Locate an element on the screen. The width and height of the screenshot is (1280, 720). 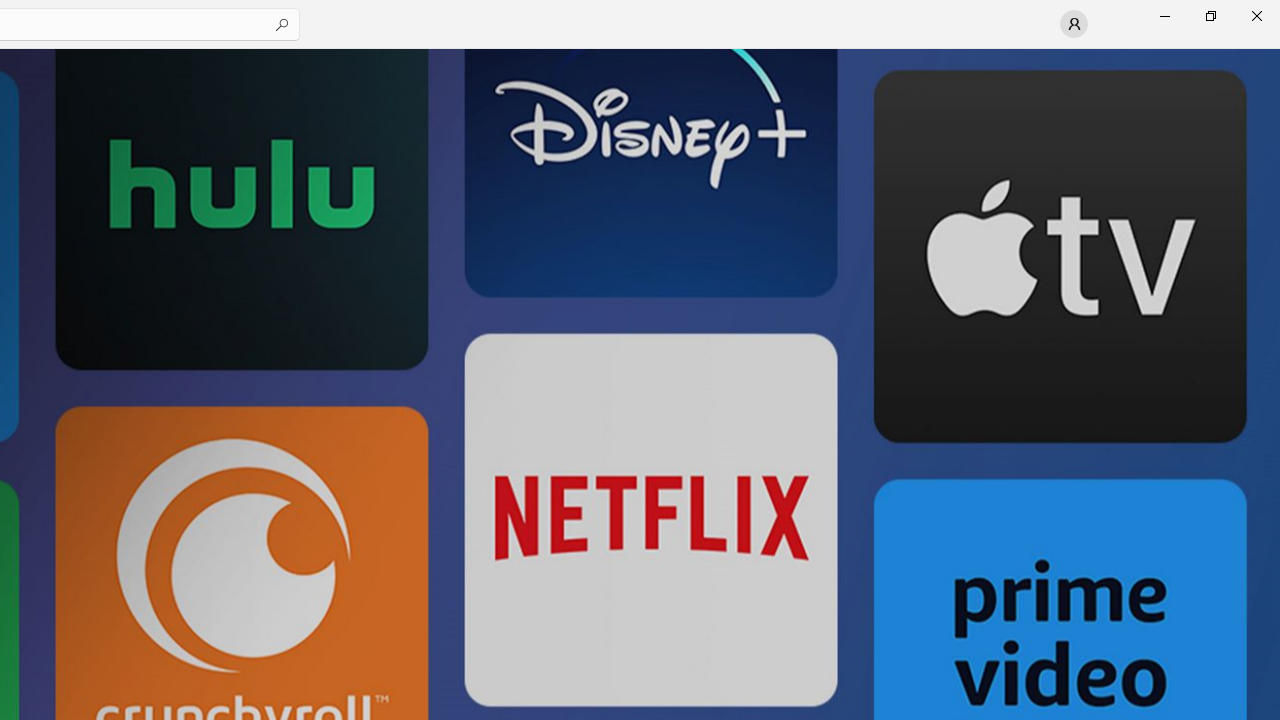
'Close Microsoft Store' is located at coordinates (1255, 15).